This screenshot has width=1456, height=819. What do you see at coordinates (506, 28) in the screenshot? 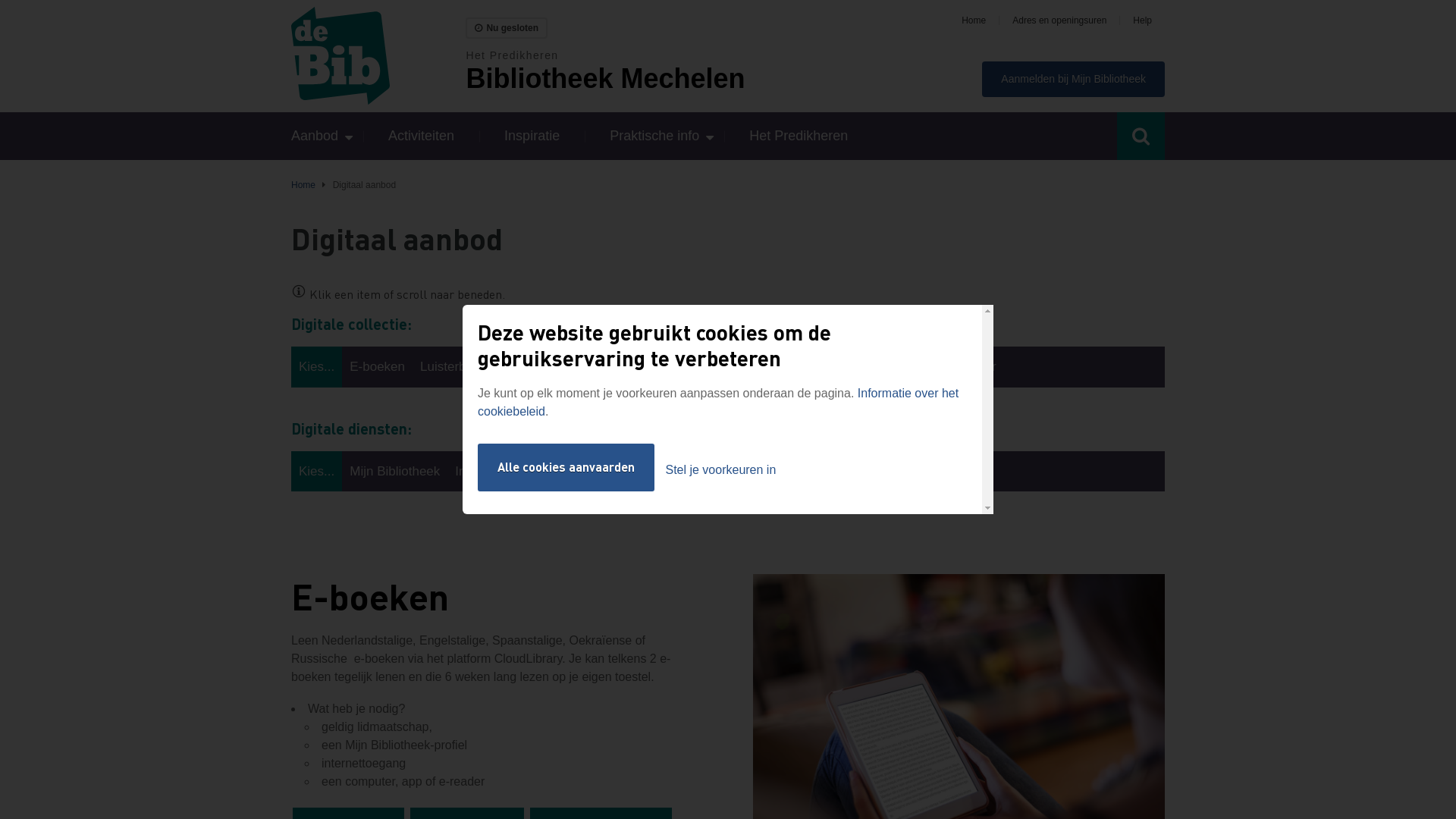
I see `'Nu gesloten'` at bounding box center [506, 28].